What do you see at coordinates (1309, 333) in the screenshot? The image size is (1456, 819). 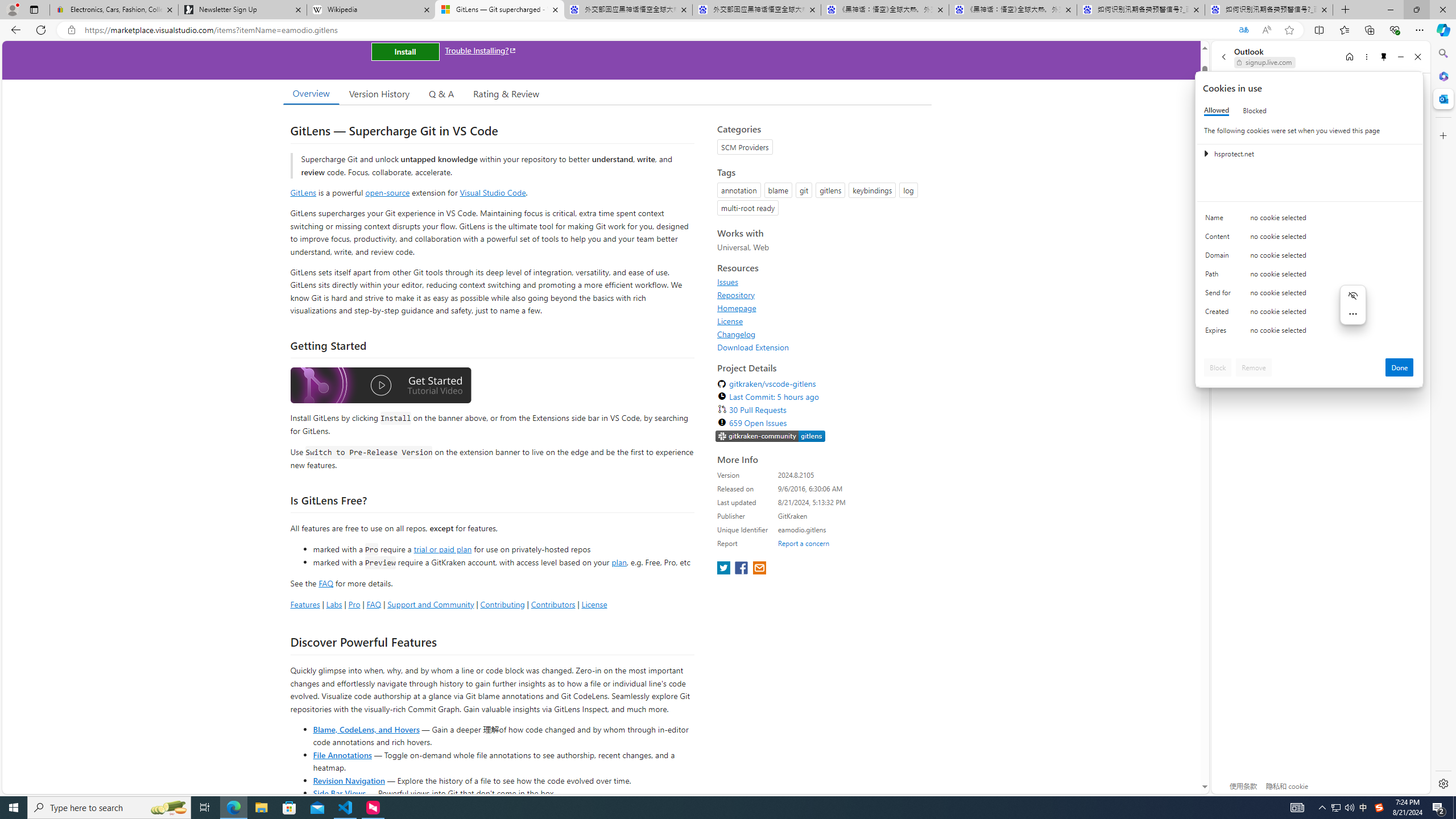 I see `'Class: c0153 c0157'` at bounding box center [1309, 333].